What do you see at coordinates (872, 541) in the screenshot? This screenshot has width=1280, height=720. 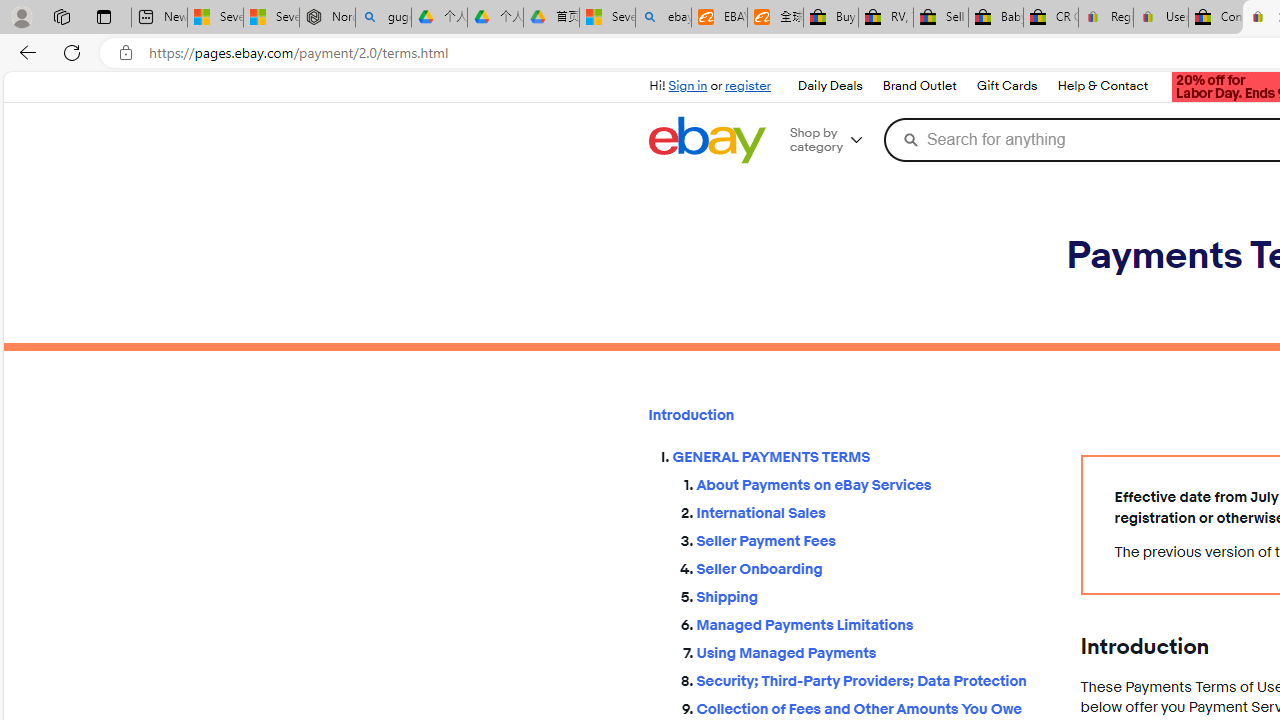 I see `'Seller Payment Fees'` at bounding box center [872, 541].